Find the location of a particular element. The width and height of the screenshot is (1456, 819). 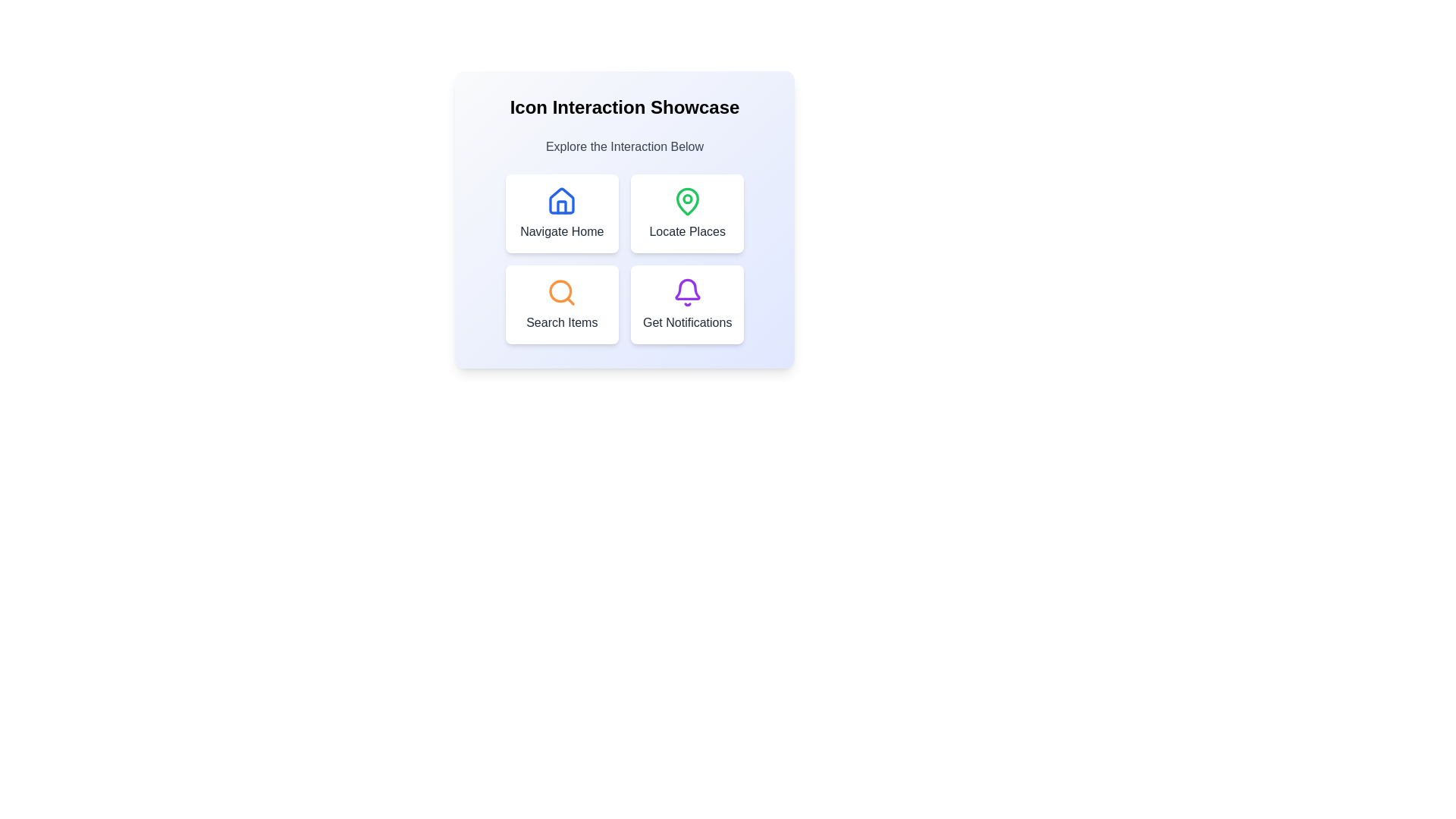

the Text label that describes the navigation functionality beneath the house icon in the top-left quadrant of the grid is located at coordinates (561, 231).